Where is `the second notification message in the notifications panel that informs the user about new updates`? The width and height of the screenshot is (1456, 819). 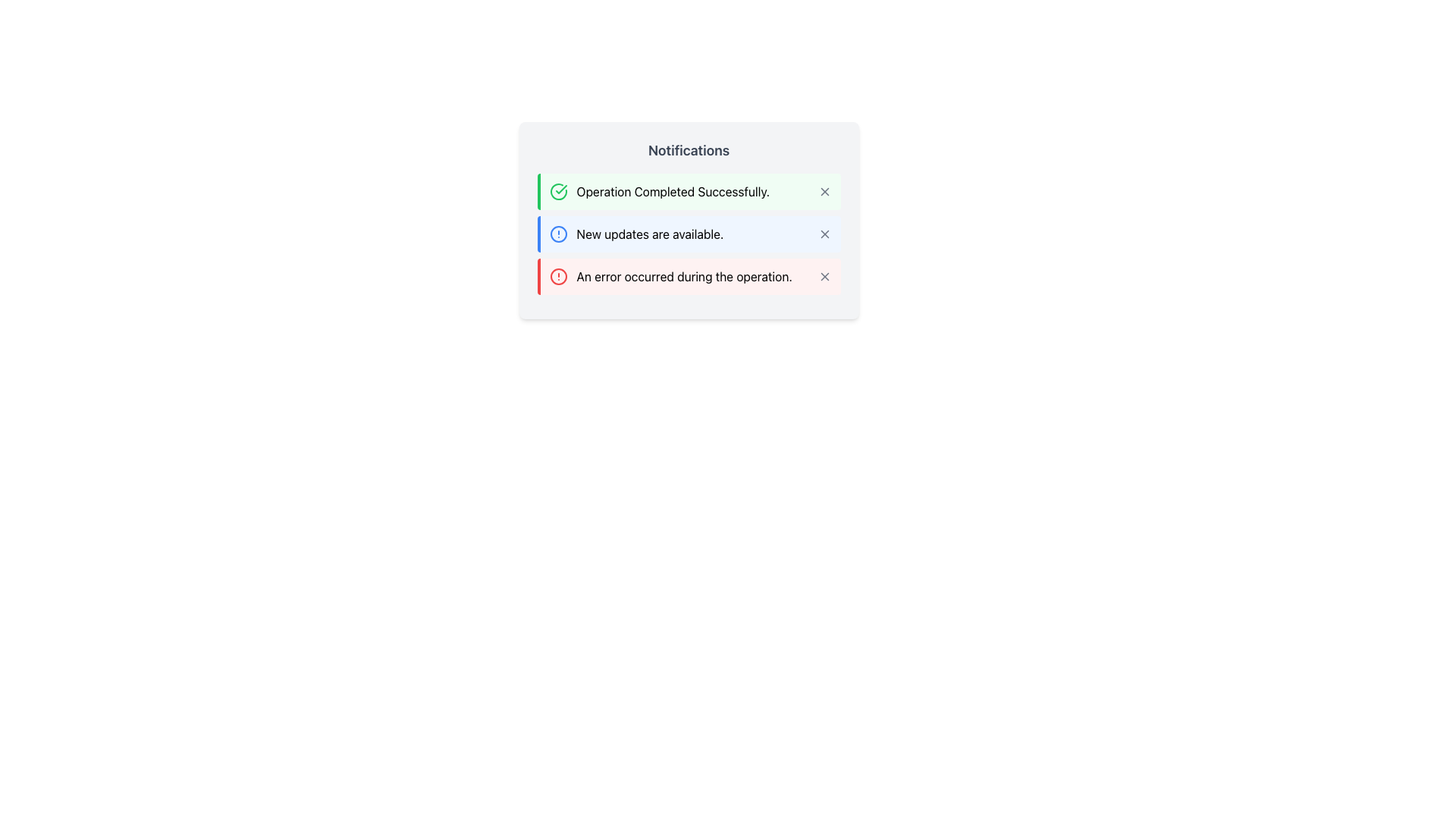
the second notification message in the notifications panel that informs the user about new updates is located at coordinates (650, 234).